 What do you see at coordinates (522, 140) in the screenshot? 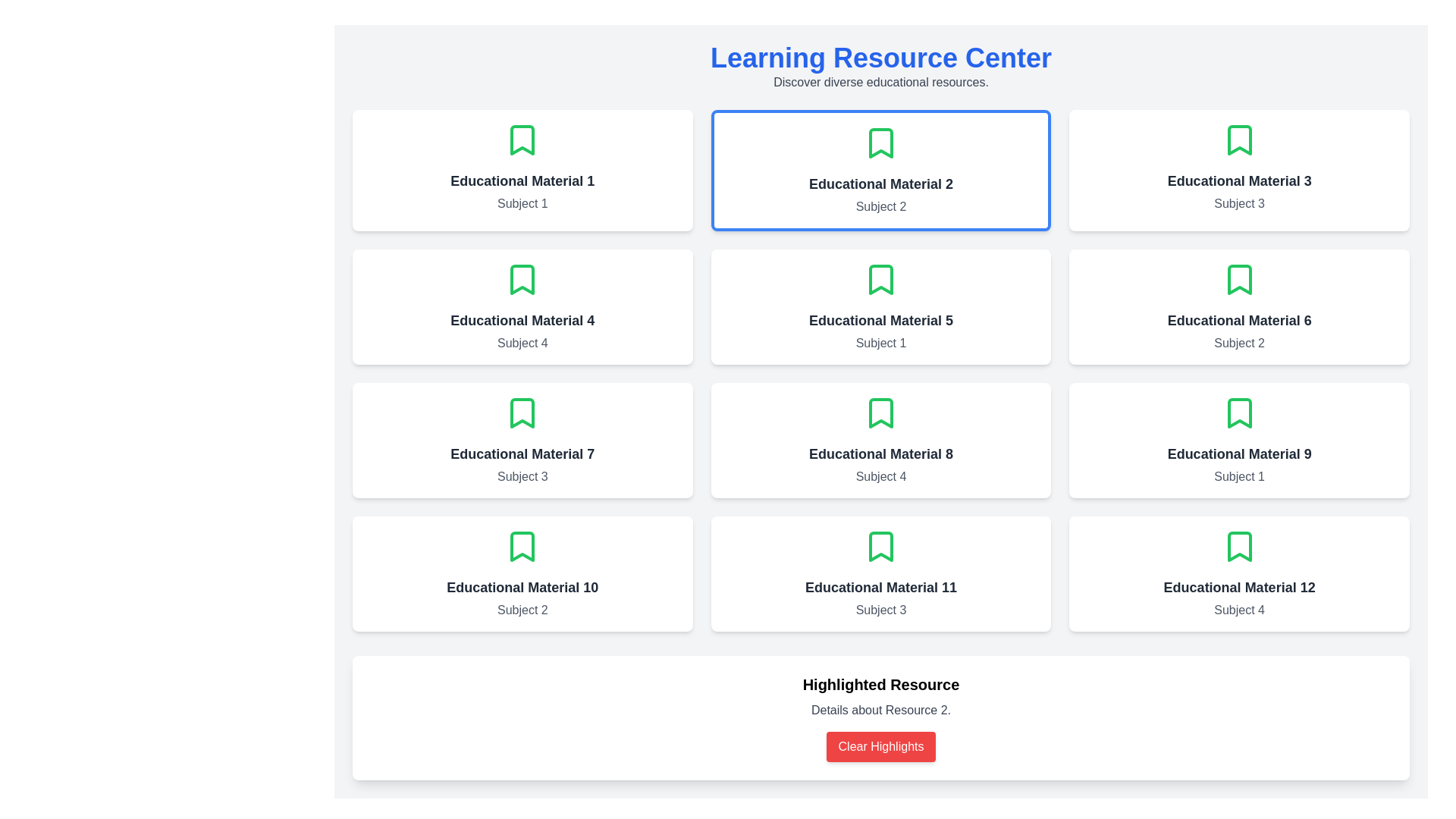
I see `the bookmark icon located at the top-middle of the card labeled 'Educational Material 1' with the subtitle 'Subject 1', indicating that the material can be bookmarked` at bounding box center [522, 140].